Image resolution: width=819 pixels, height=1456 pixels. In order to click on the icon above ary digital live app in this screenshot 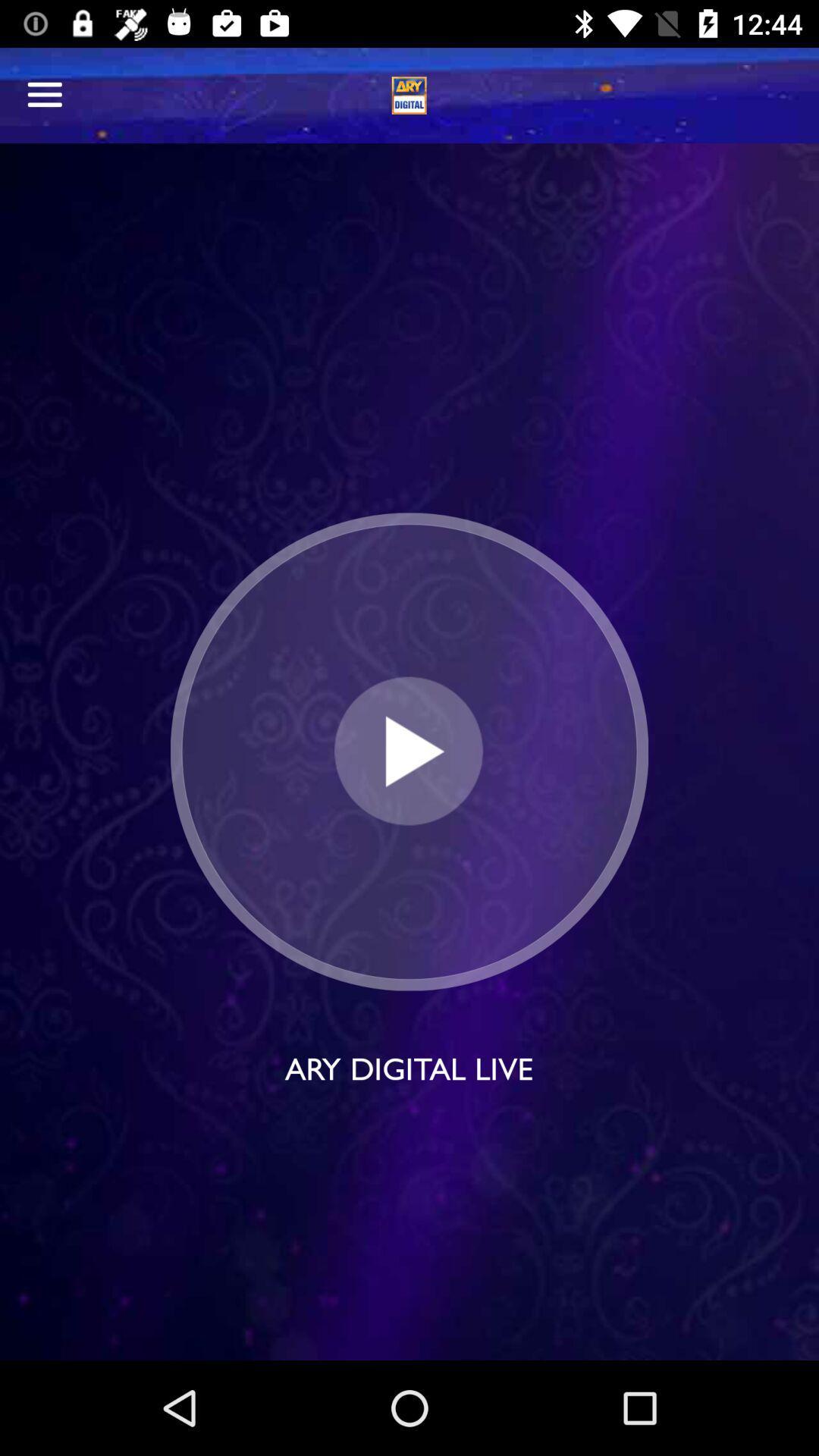, I will do `click(408, 752)`.